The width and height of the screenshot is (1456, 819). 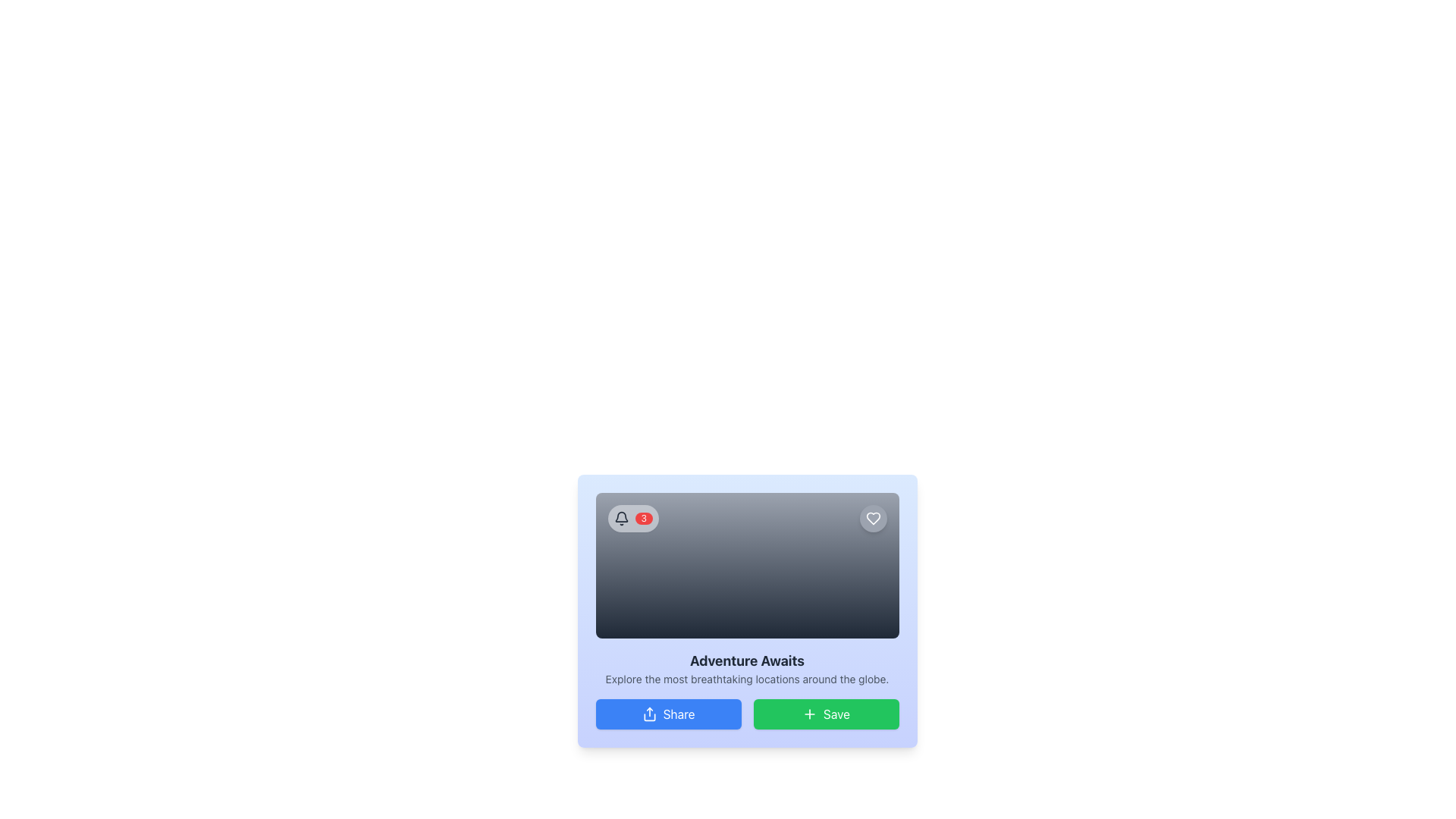 What do you see at coordinates (678, 714) in the screenshot?
I see `text label that identifies the 'Share' button, located within a blue button at the footer section of the interface, next to the 'Save' button` at bounding box center [678, 714].